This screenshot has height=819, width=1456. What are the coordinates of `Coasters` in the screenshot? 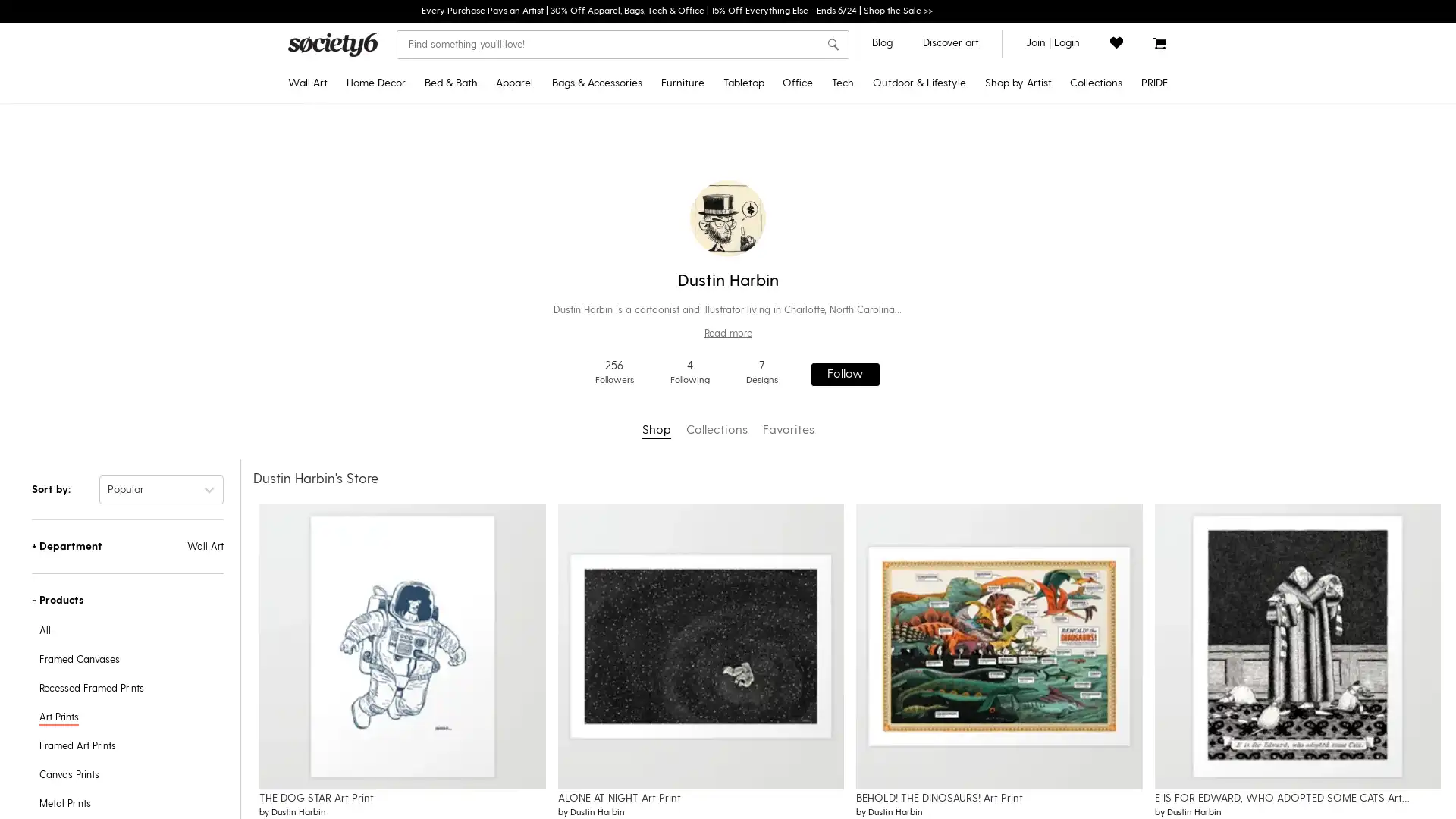 It's located at (771, 243).